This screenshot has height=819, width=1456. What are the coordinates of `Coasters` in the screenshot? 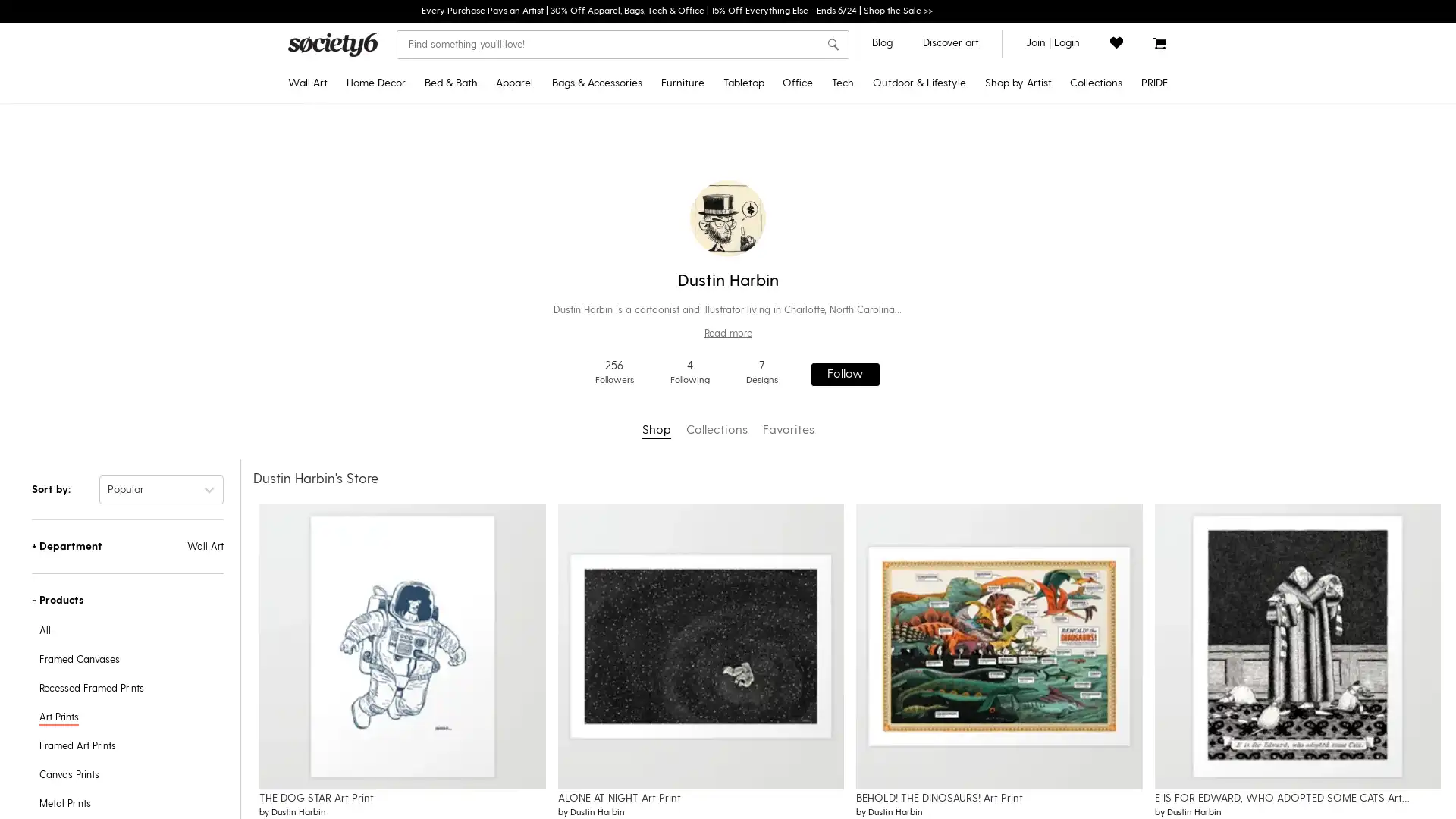 It's located at (771, 243).